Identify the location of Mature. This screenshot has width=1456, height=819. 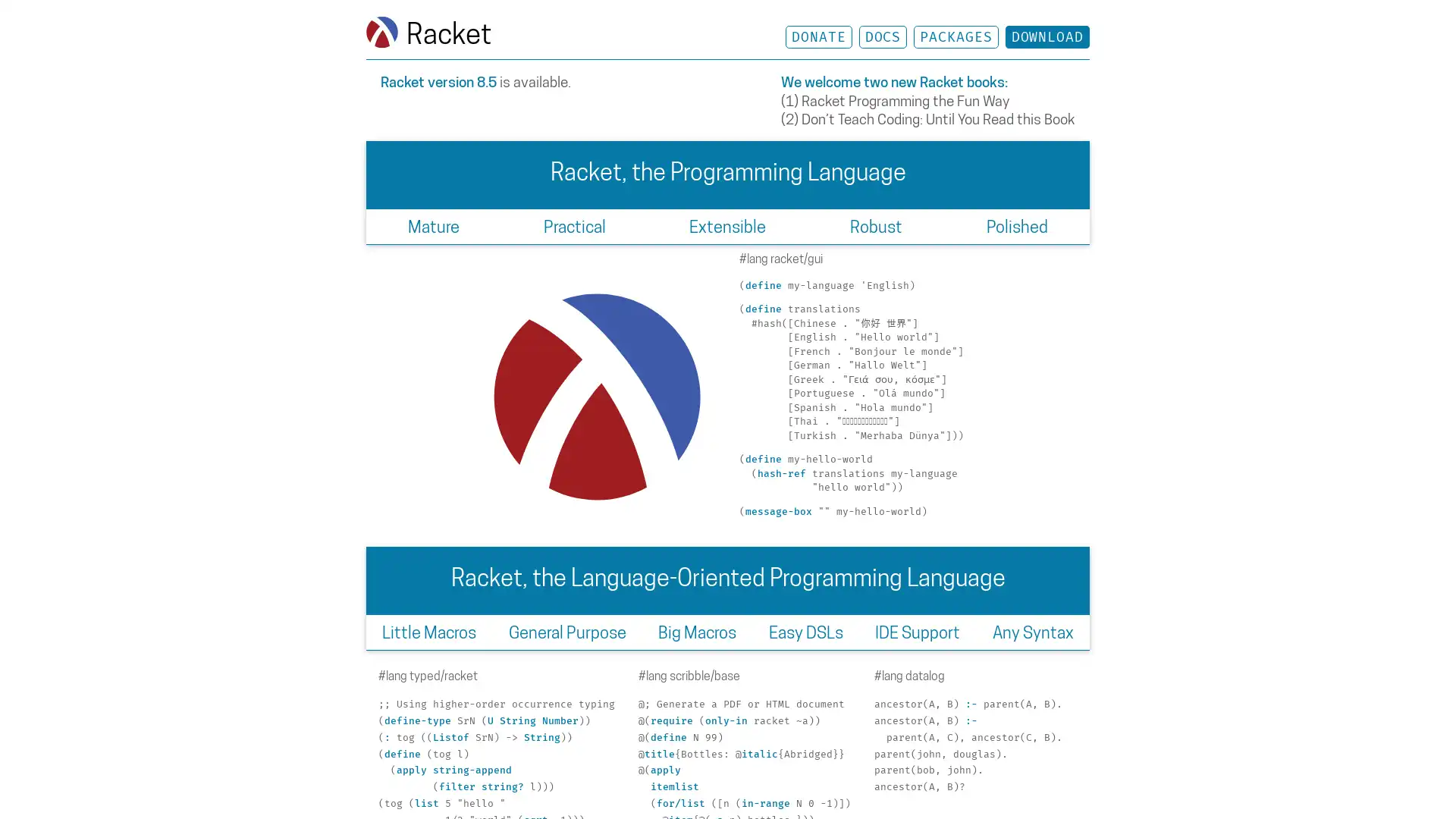
(432, 226).